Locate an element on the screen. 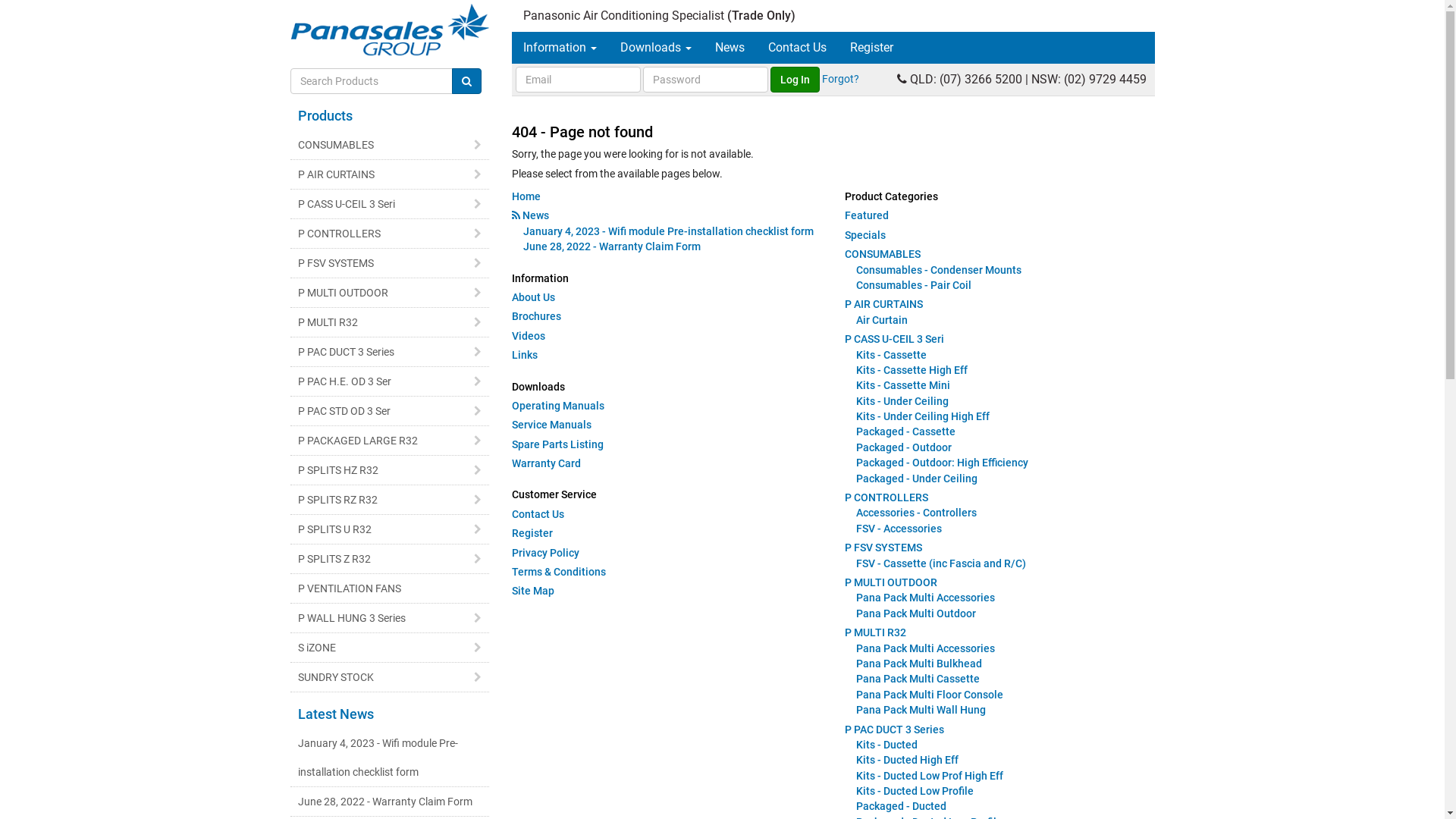 The height and width of the screenshot is (819, 1456). 'FSV - Accessories' is located at coordinates (899, 528).